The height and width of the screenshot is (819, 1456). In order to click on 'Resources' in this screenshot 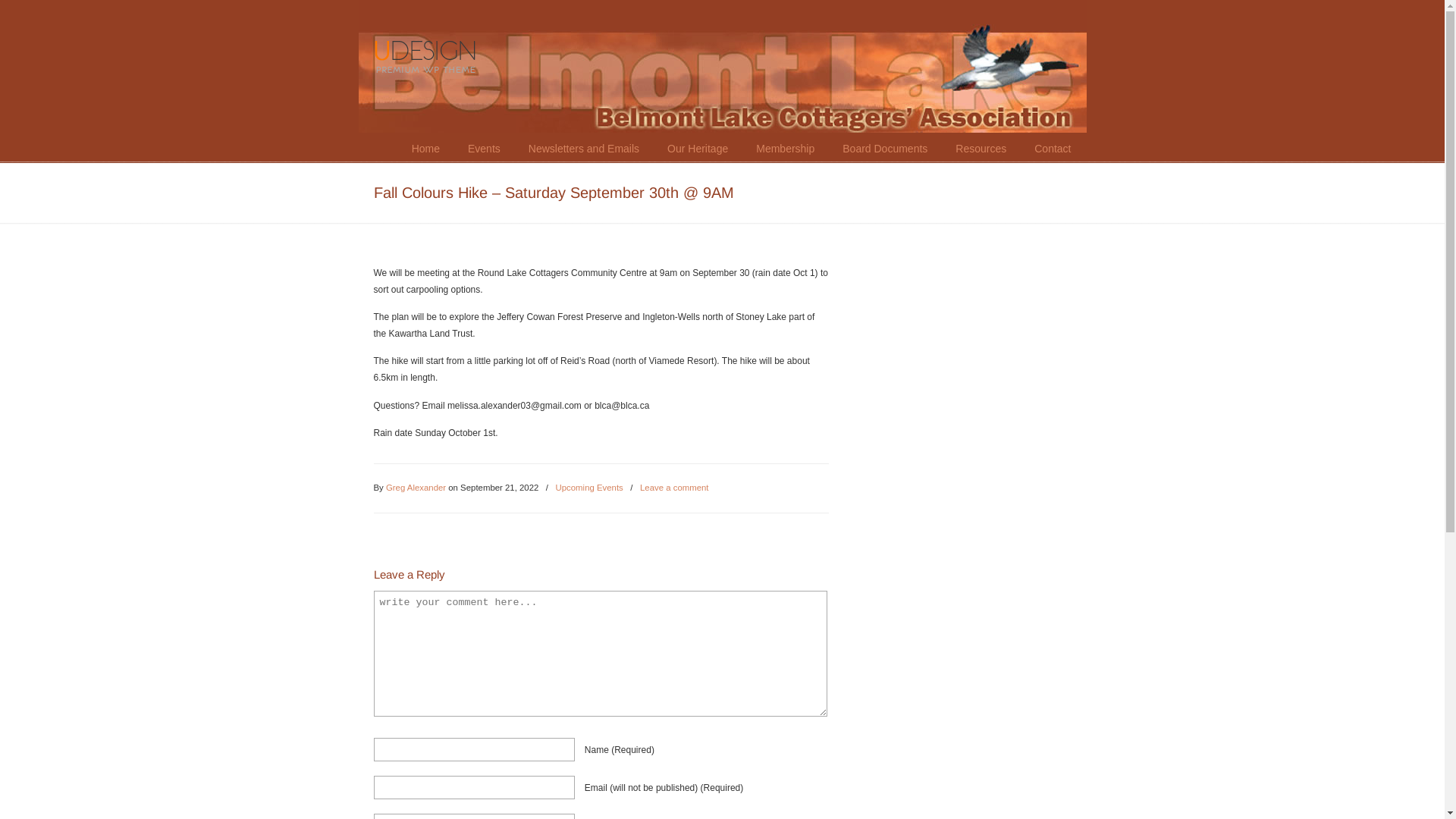, I will do `click(939, 149)`.